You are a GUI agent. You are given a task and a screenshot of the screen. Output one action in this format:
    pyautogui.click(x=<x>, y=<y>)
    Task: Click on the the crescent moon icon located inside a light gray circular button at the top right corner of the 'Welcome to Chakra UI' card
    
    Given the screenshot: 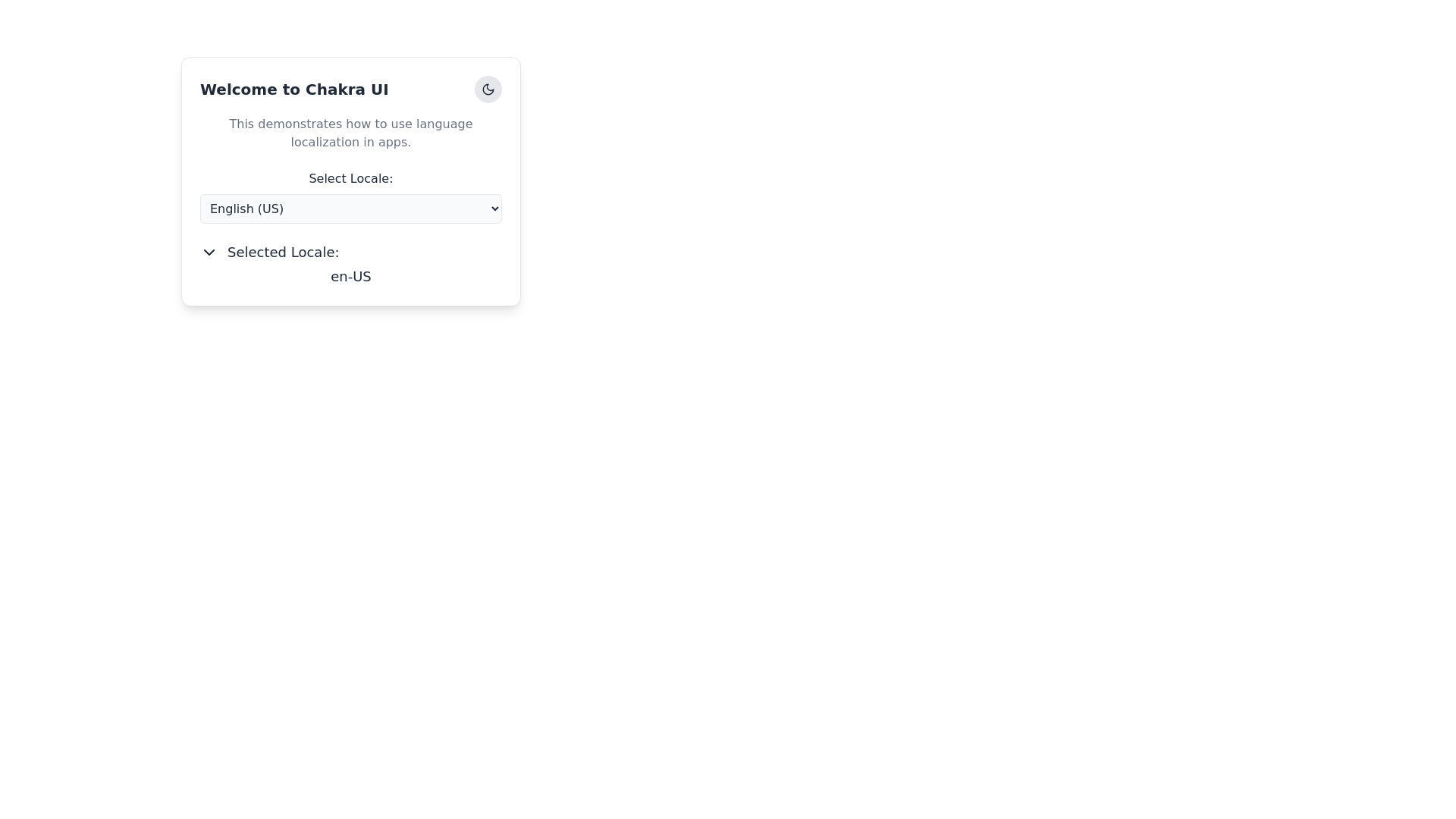 What is the action you would take?
    pyautogui.click(x=488, y=89)
    